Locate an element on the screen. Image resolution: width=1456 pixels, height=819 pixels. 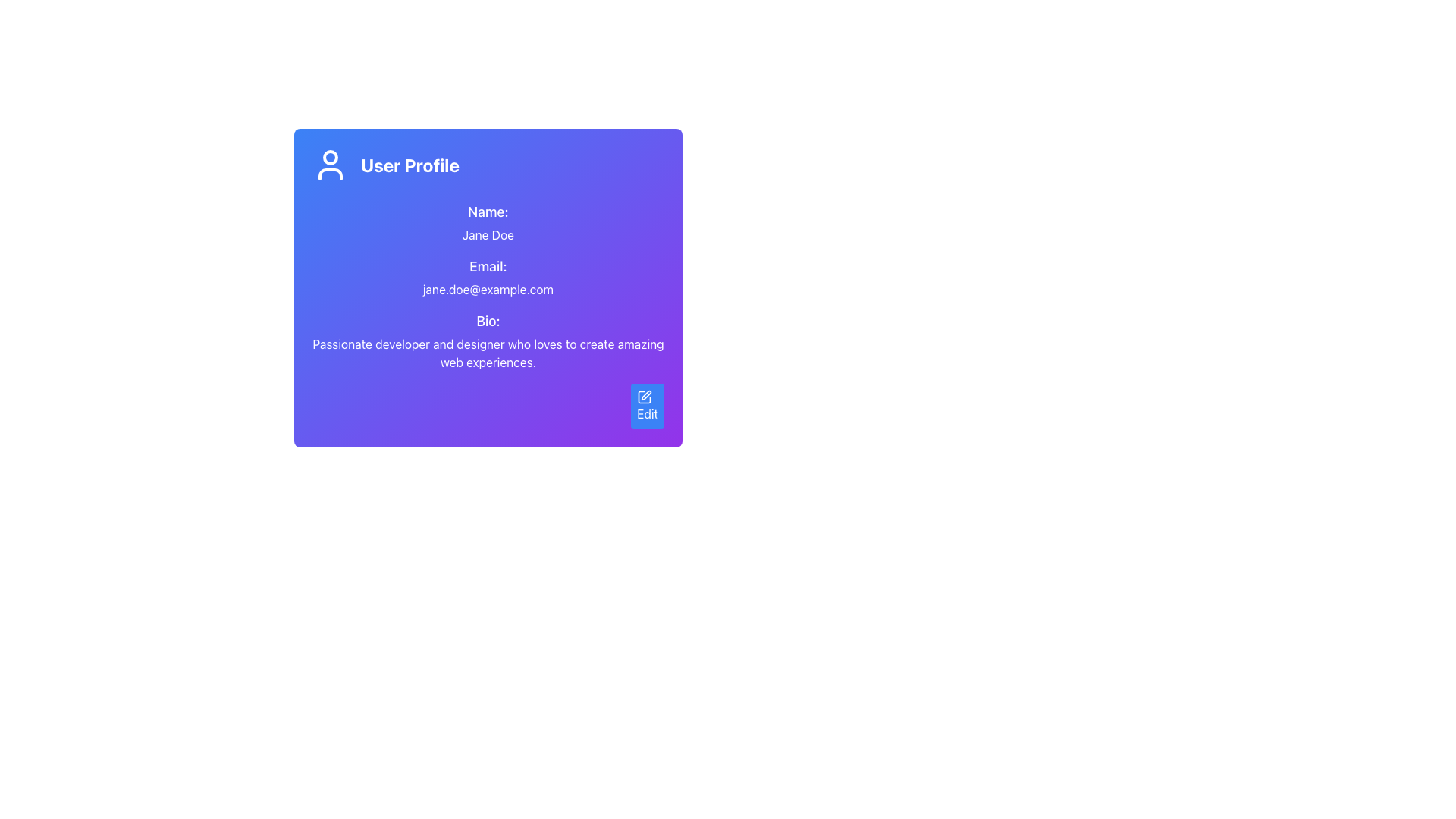
the user profile icon, which is an SVG representation of a user, located to the left of the 'User Profile' title is located at coordinates (330, 165).